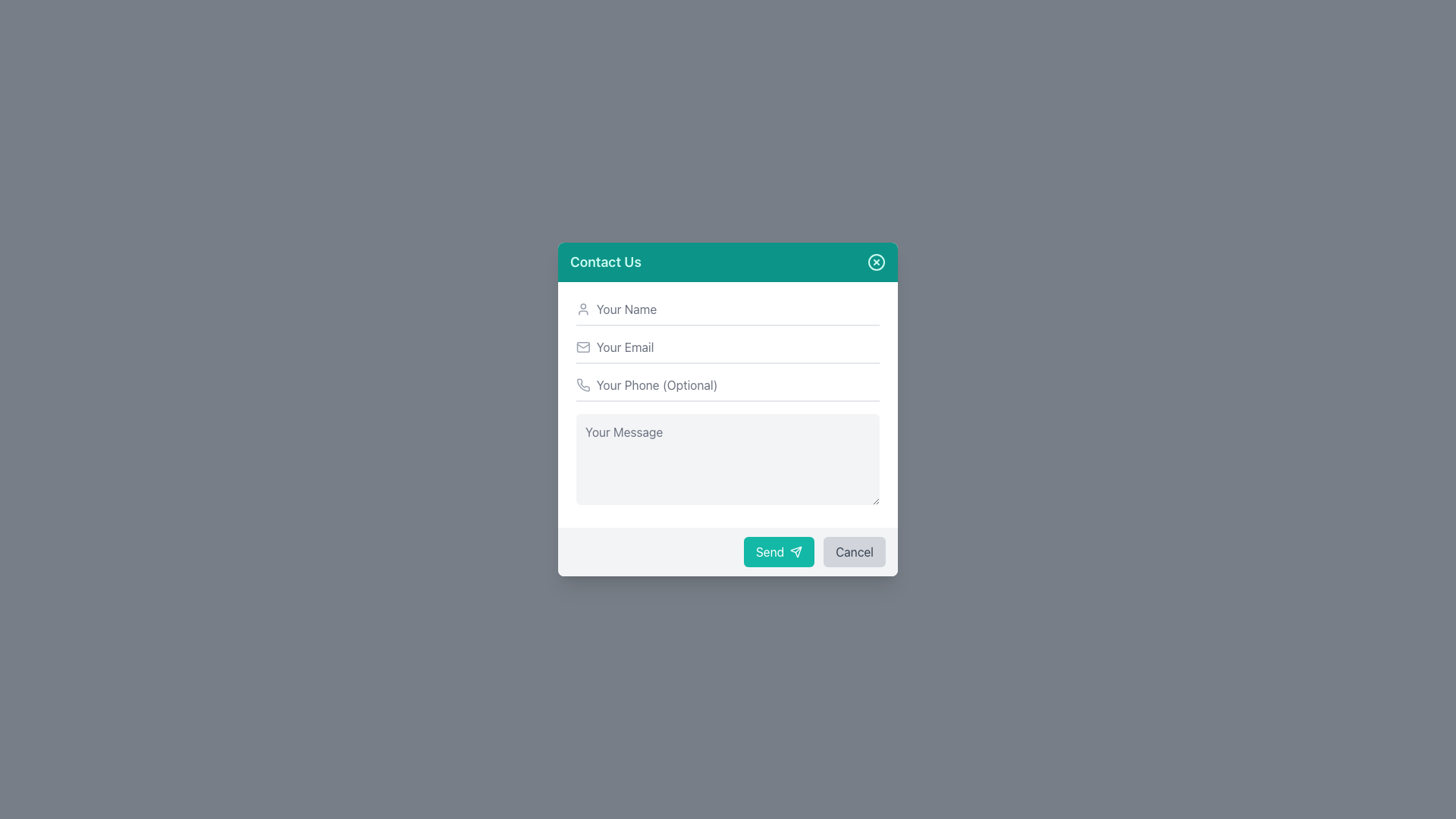 The image size is (1456, 819). I want to click on the telephone handset icon located to the left of the 'Your Phone (Optional)' text input field in the 'Contact Us' form, so click(582, 384).